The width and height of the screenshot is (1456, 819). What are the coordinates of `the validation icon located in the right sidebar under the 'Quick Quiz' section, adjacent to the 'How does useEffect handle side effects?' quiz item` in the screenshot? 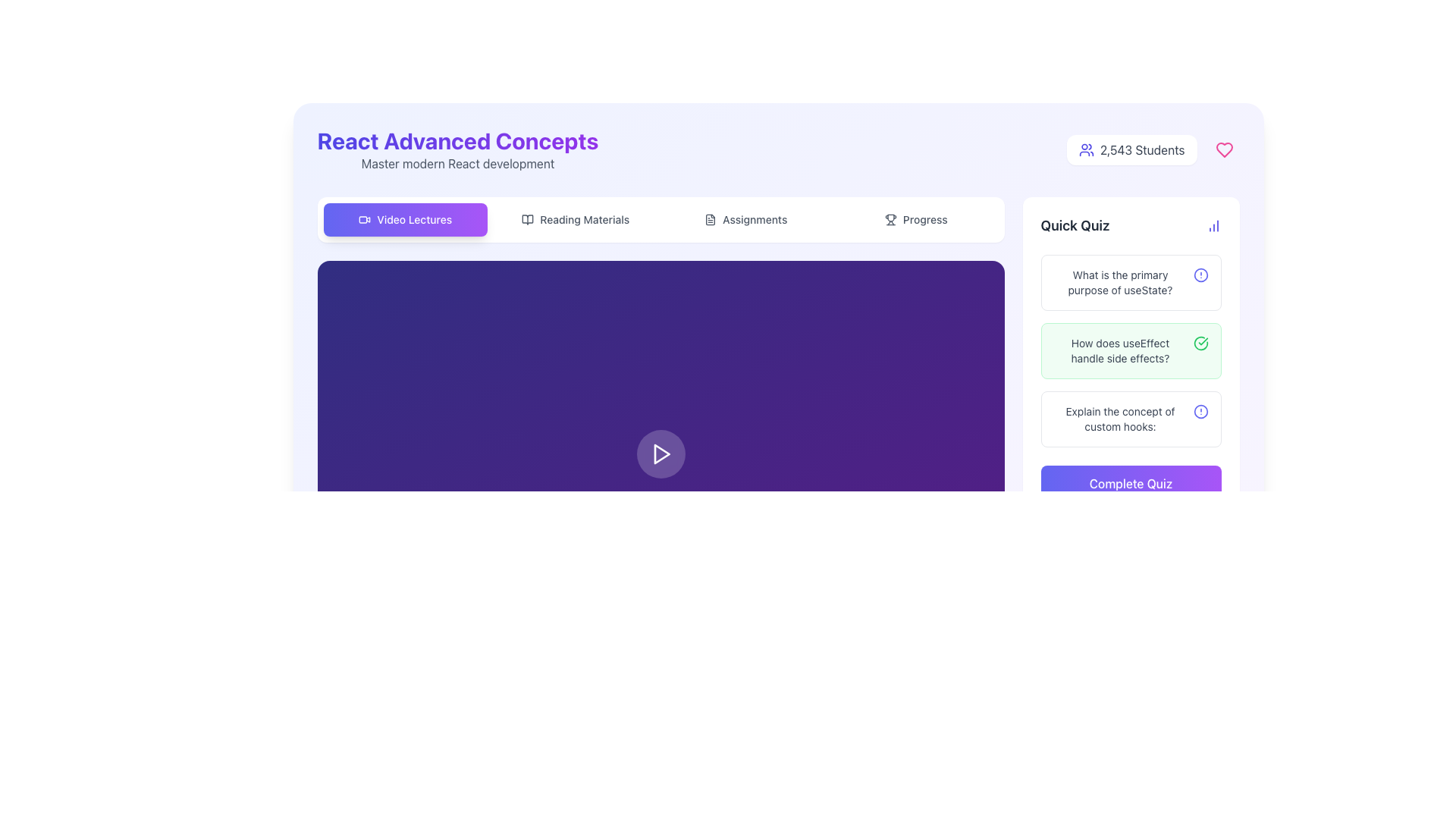 It's located at (1200, 343).